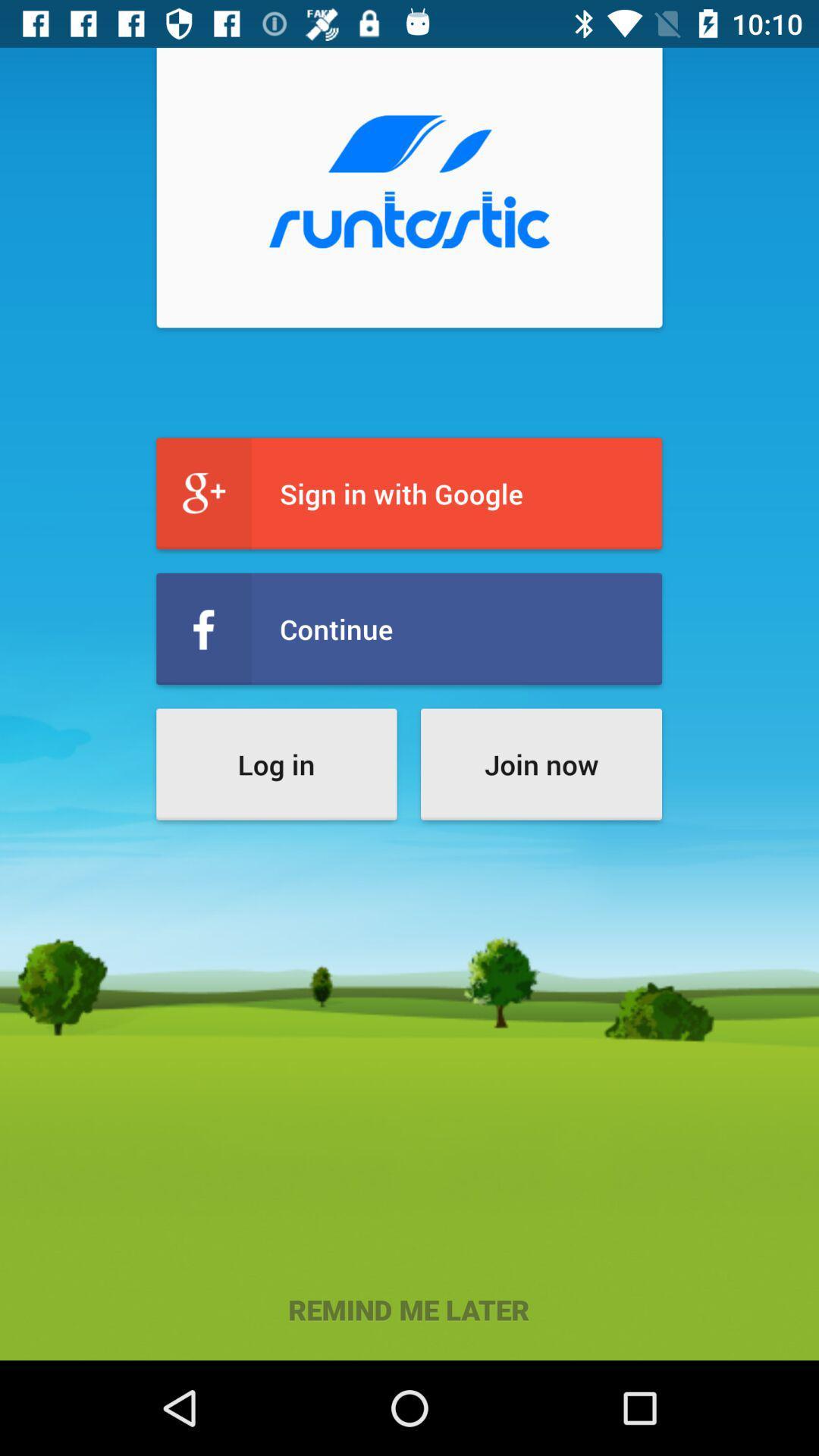 The height and width of the screenshot is (1456, 819). What do you see at coordinates (408, 1309) in the screenshot?
I see `the remind me later icon` at bounding box center [408, 1309].